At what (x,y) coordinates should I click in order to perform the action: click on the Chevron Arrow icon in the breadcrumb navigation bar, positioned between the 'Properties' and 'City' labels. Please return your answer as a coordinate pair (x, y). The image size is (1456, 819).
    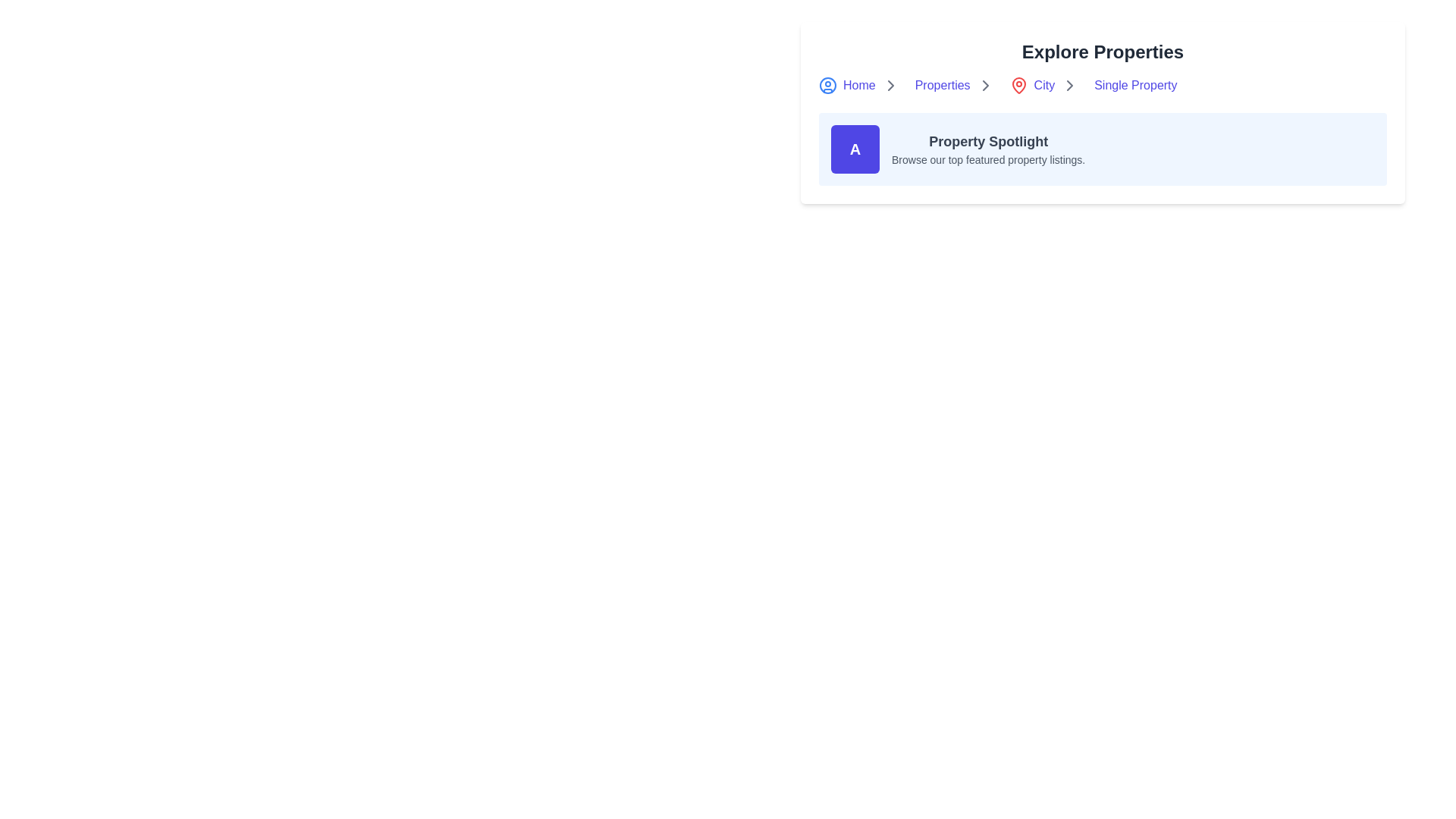
    Looking at the image, I should click on (985, 85).